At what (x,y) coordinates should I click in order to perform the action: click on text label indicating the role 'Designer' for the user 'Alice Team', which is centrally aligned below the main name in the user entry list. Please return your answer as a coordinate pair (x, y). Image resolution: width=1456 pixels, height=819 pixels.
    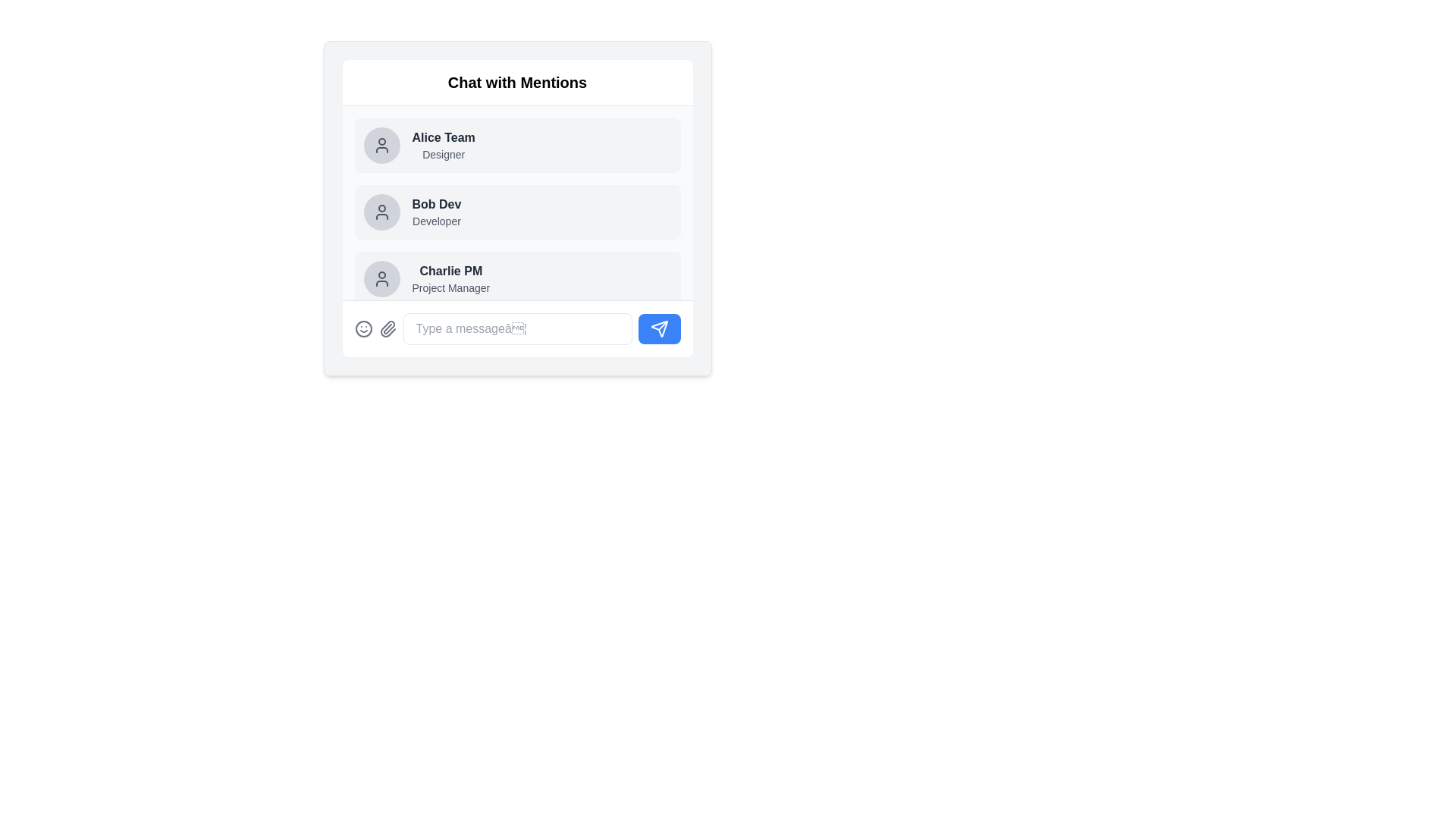
    Looking at the image, I should click on (443, 155).